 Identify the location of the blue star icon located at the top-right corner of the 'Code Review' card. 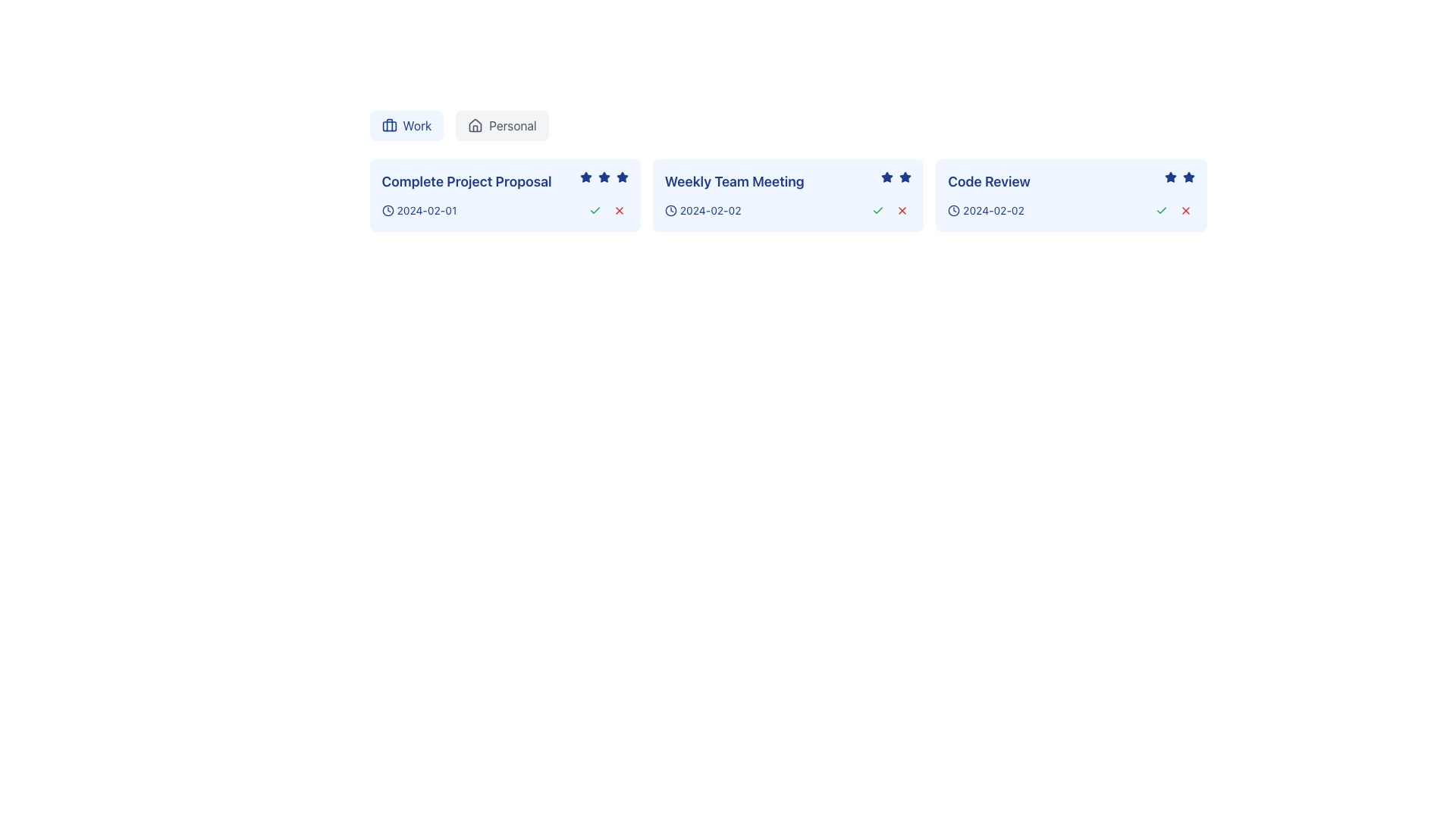
(1188, 176).